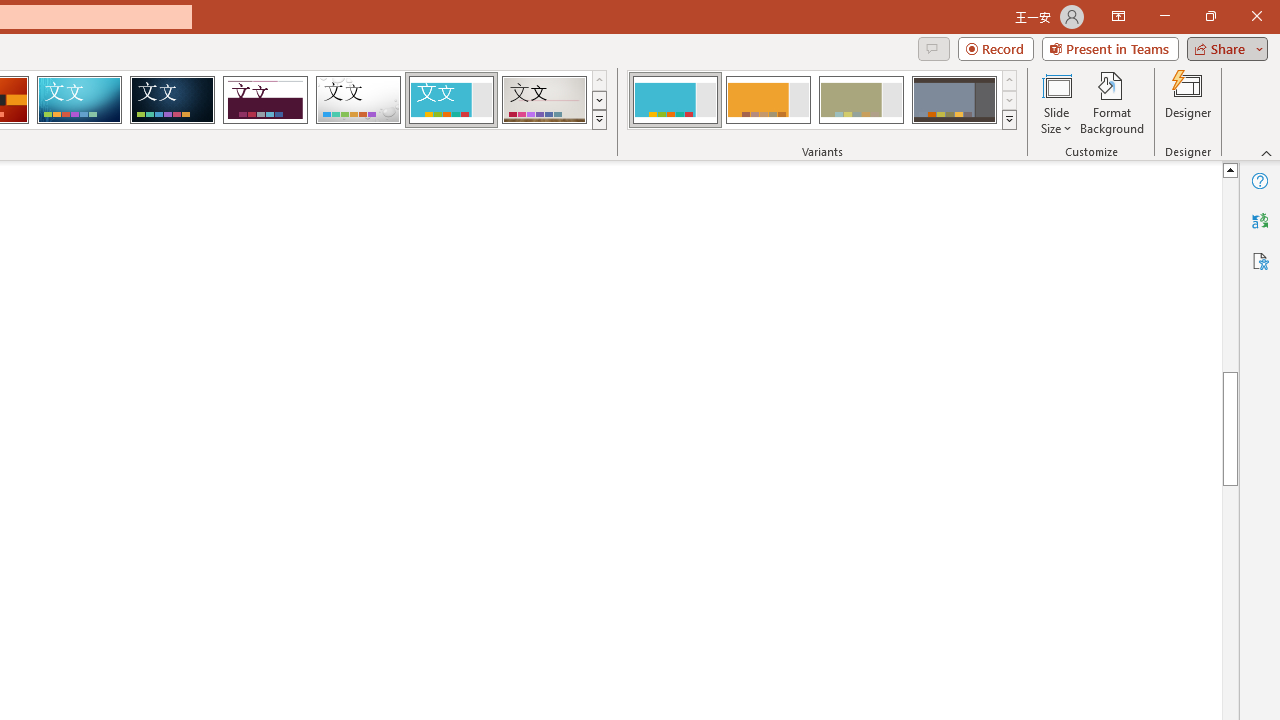 Image resolution: width=1280 pixels, height=720 pixels. What do you see at coordinates (79, 100) in the screenshot?
I see `'Circuit'` at bounding box center [79, 100].